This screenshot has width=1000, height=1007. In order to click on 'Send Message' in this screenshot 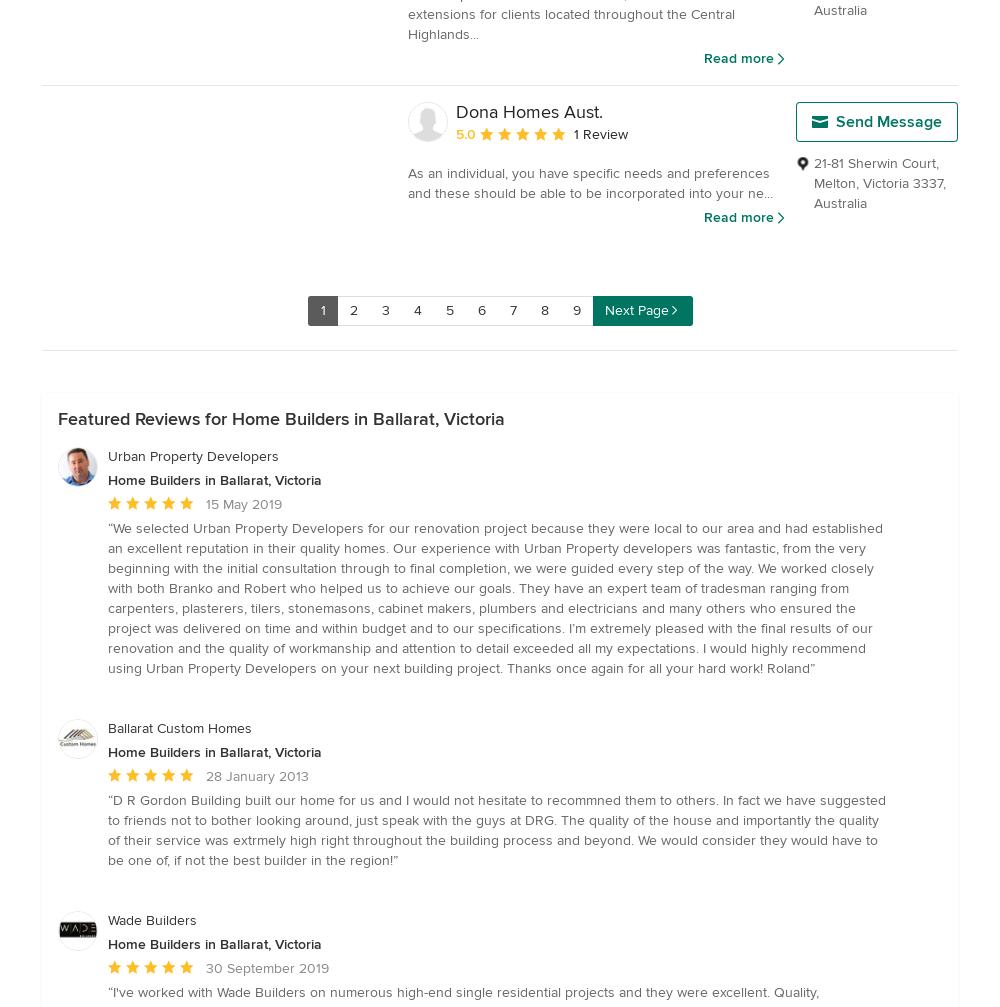, I will do `click(835, 122)`.